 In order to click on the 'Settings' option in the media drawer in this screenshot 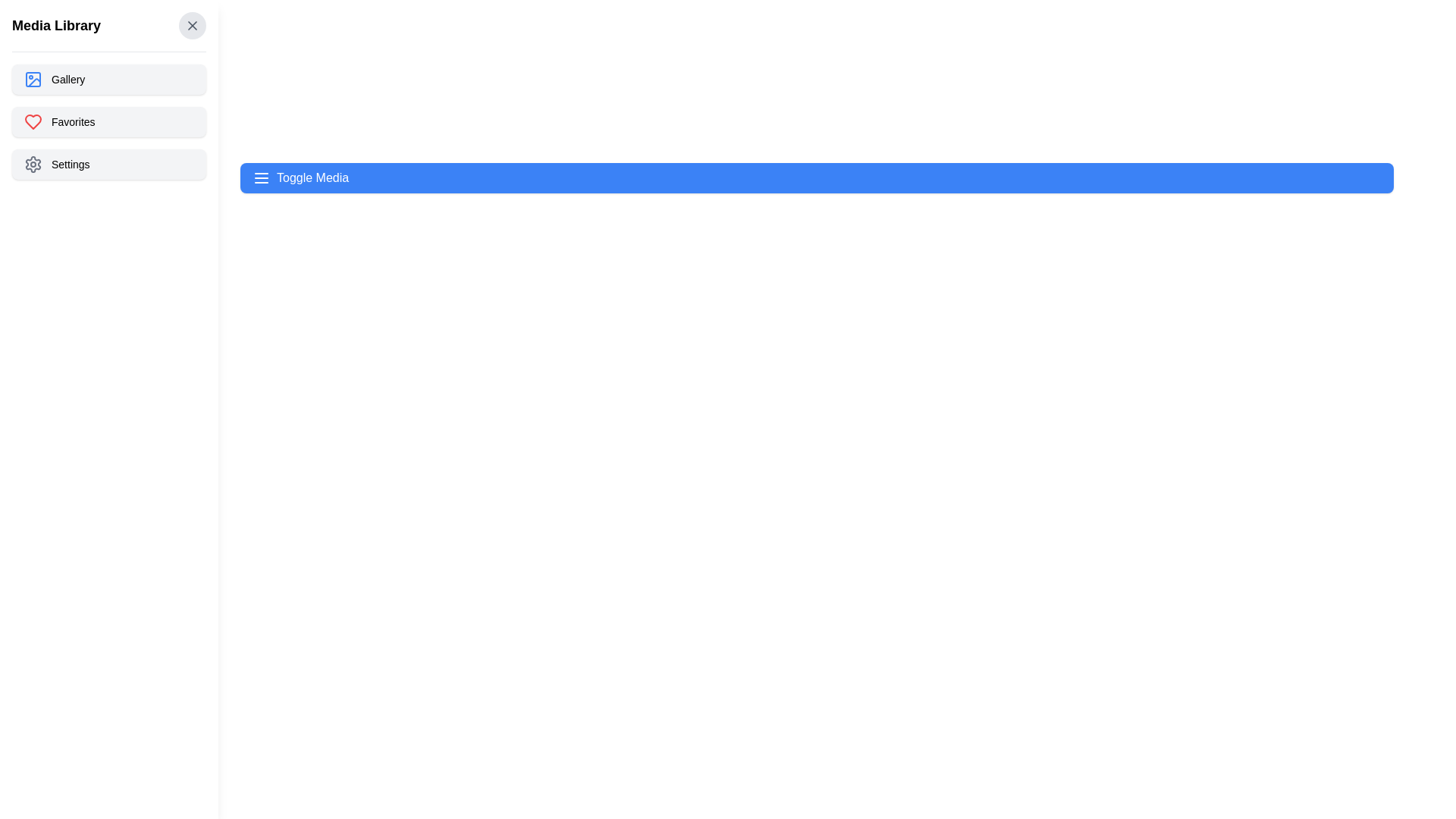, I will do `click(108, 164)`.